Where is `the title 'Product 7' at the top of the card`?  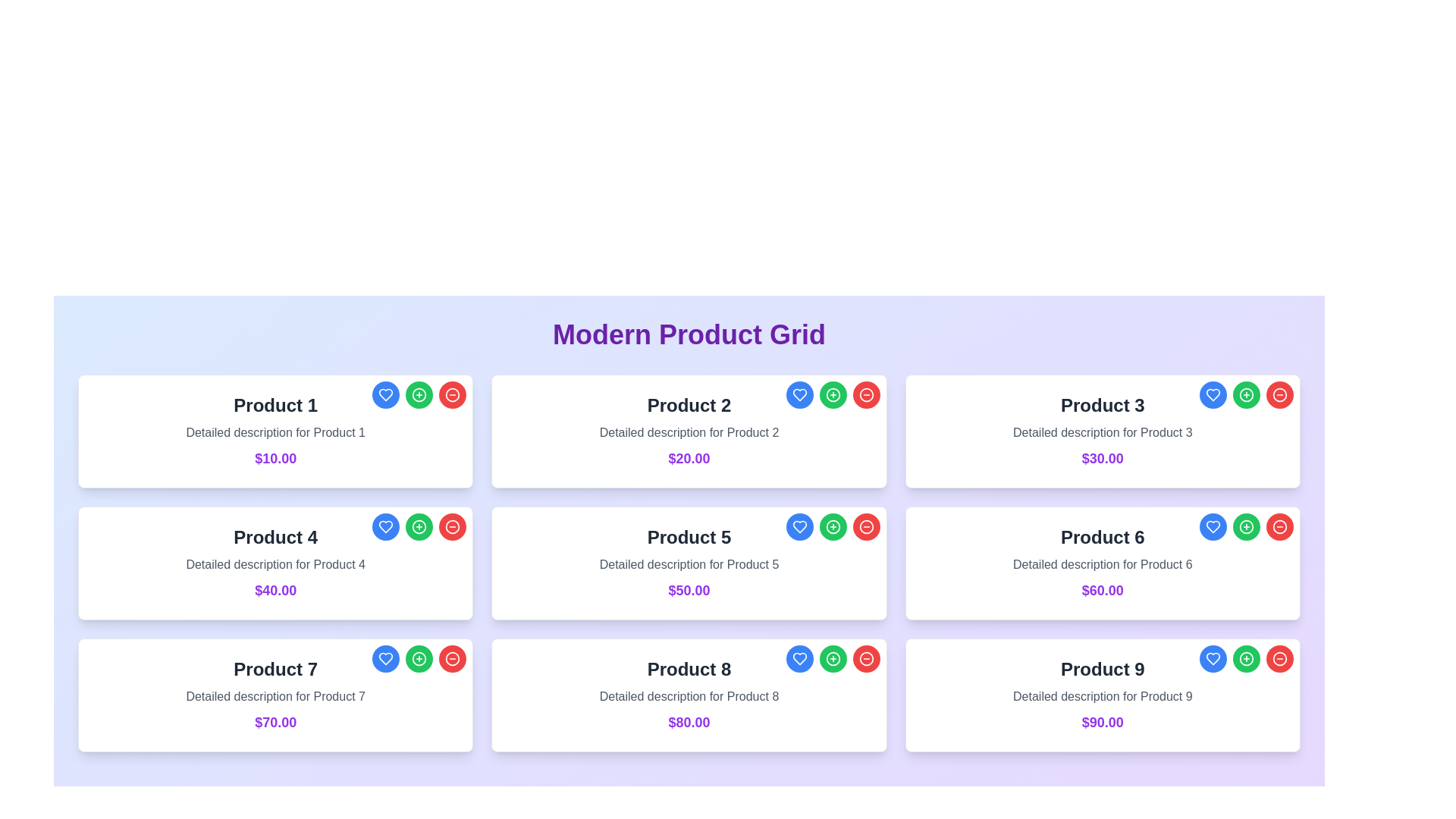 the title 'Product 7' at the top of the card is located at coordinates (275, 695).